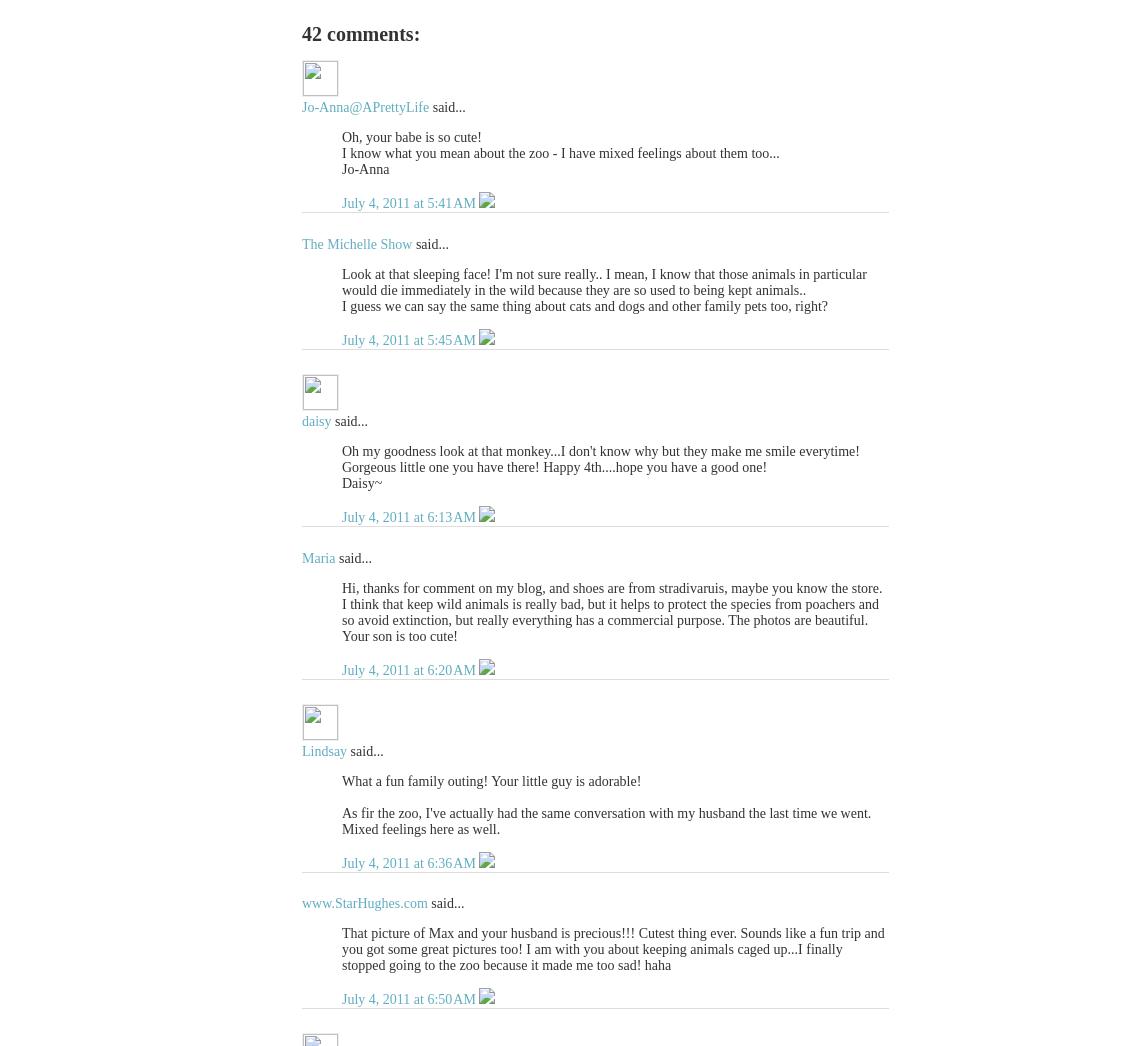  Describe the element at coordinates (410, 999) in the screenshot. I see `'July 4, 2011 at 6:50 AM'` at that location.